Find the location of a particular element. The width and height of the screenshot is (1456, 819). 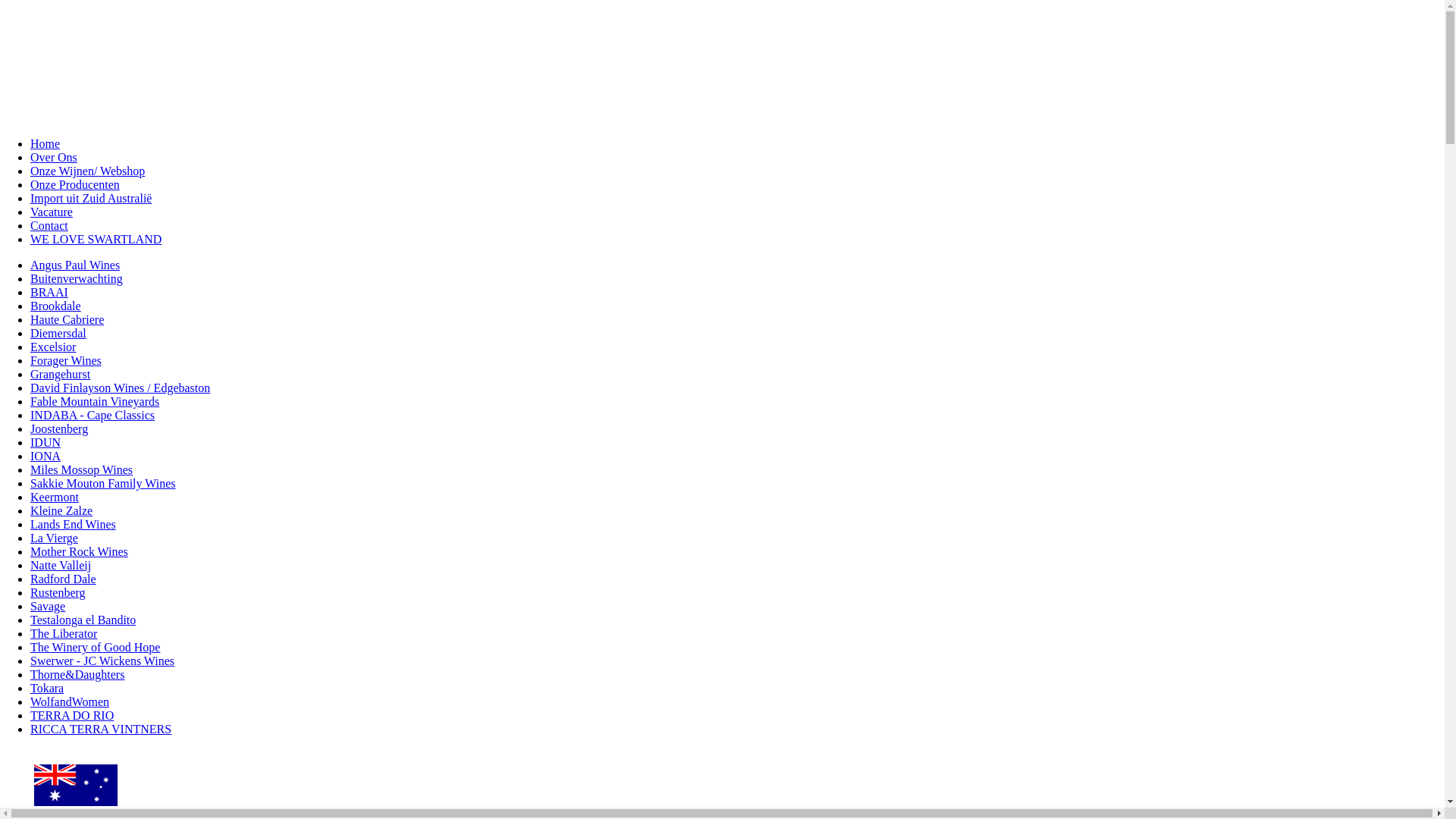

'The Liberator' is located at coordinates (62, 633).